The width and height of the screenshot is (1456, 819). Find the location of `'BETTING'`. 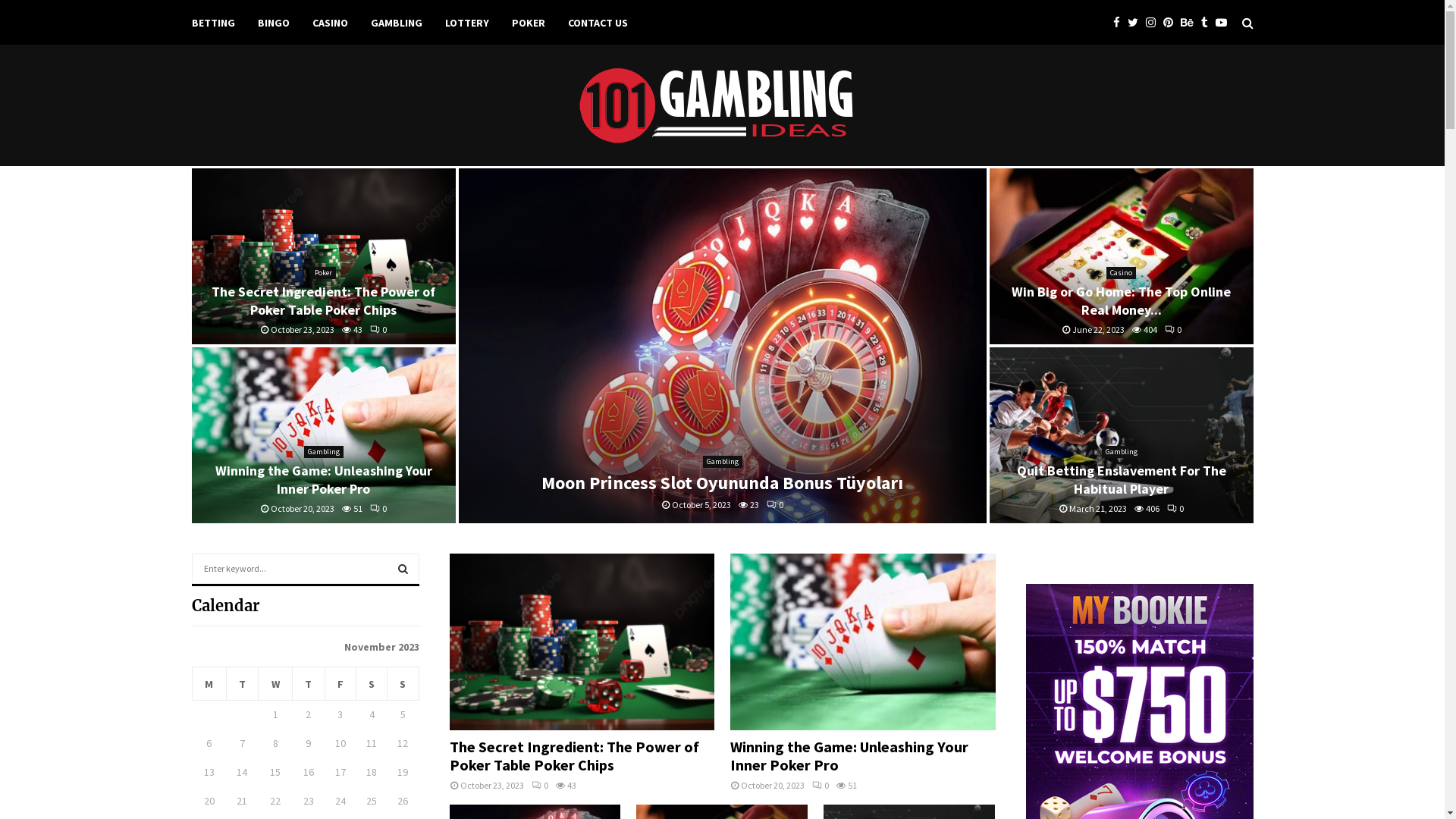

'BETTING' is located at coordinates (190, 23).